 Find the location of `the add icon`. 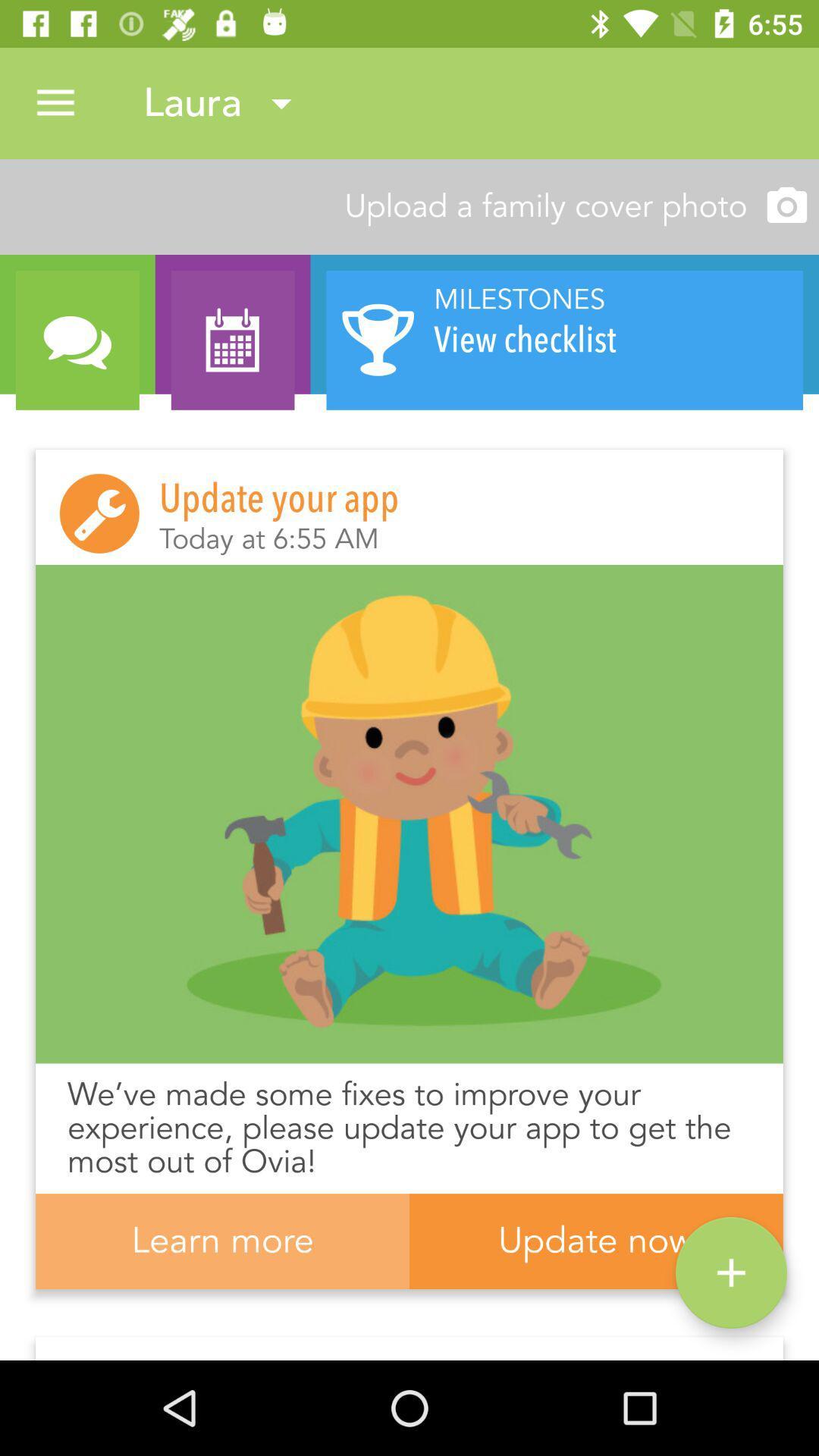

the add icon is located at coordinates (730, 1272).